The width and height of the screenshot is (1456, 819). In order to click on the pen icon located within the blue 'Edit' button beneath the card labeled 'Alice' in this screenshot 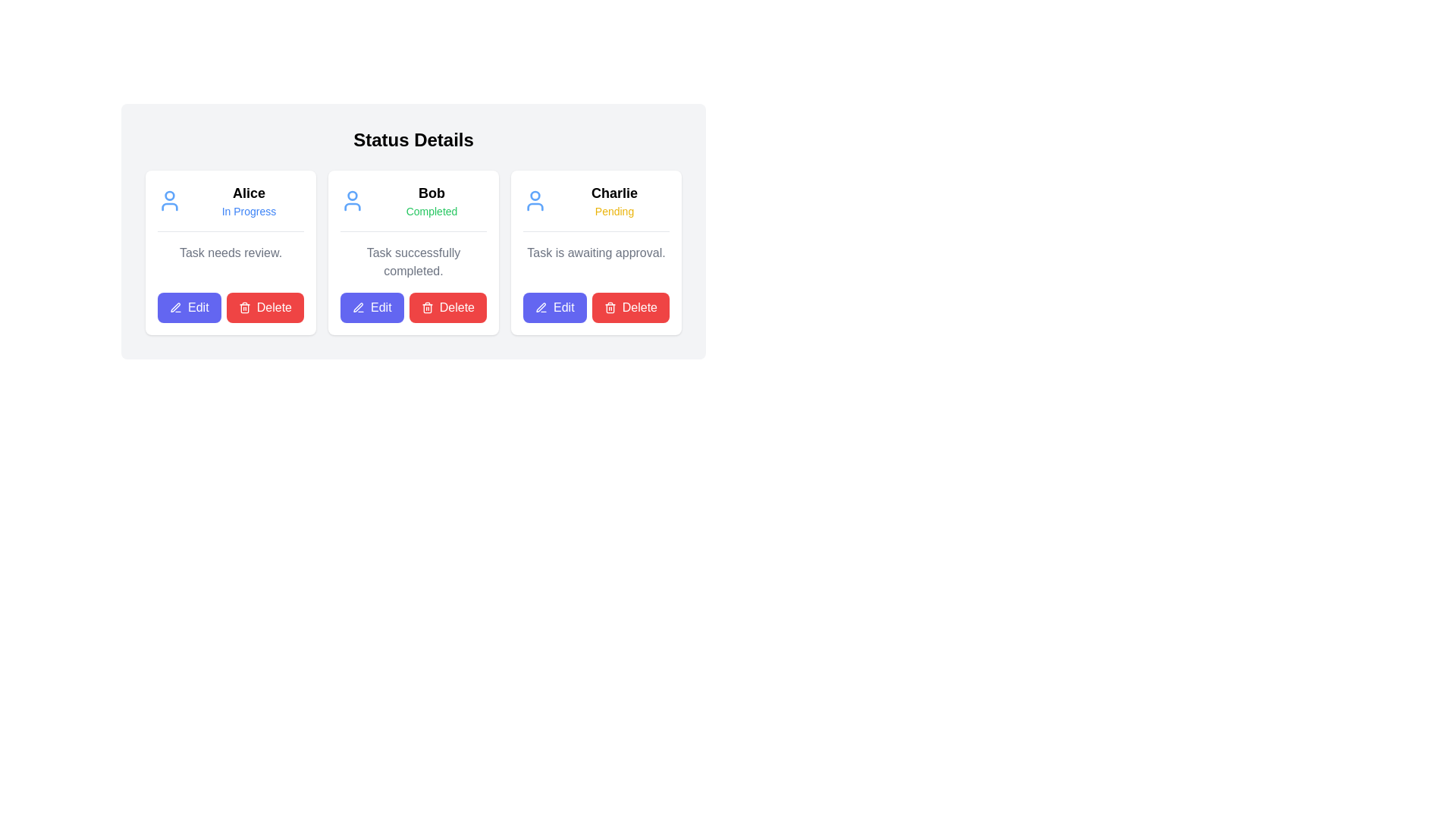, I will do `click(175, 307)`.